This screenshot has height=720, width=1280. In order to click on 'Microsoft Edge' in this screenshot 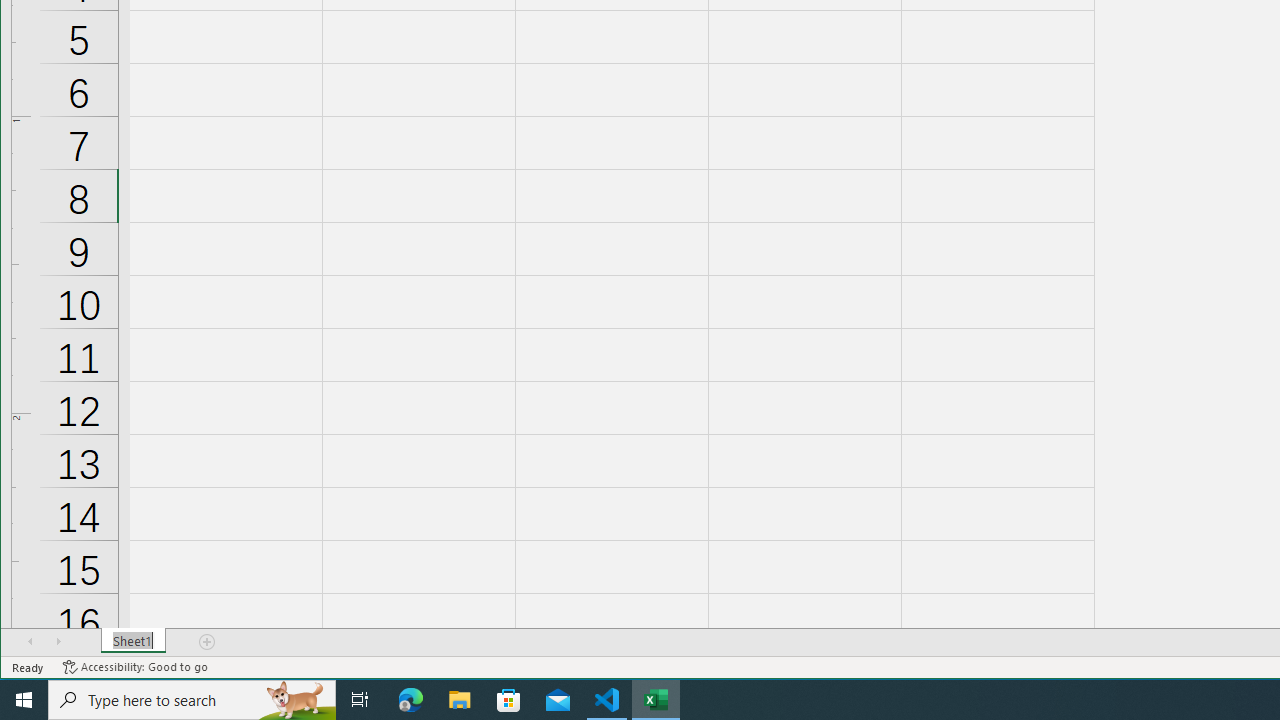, I will do `click(410, 698)`.